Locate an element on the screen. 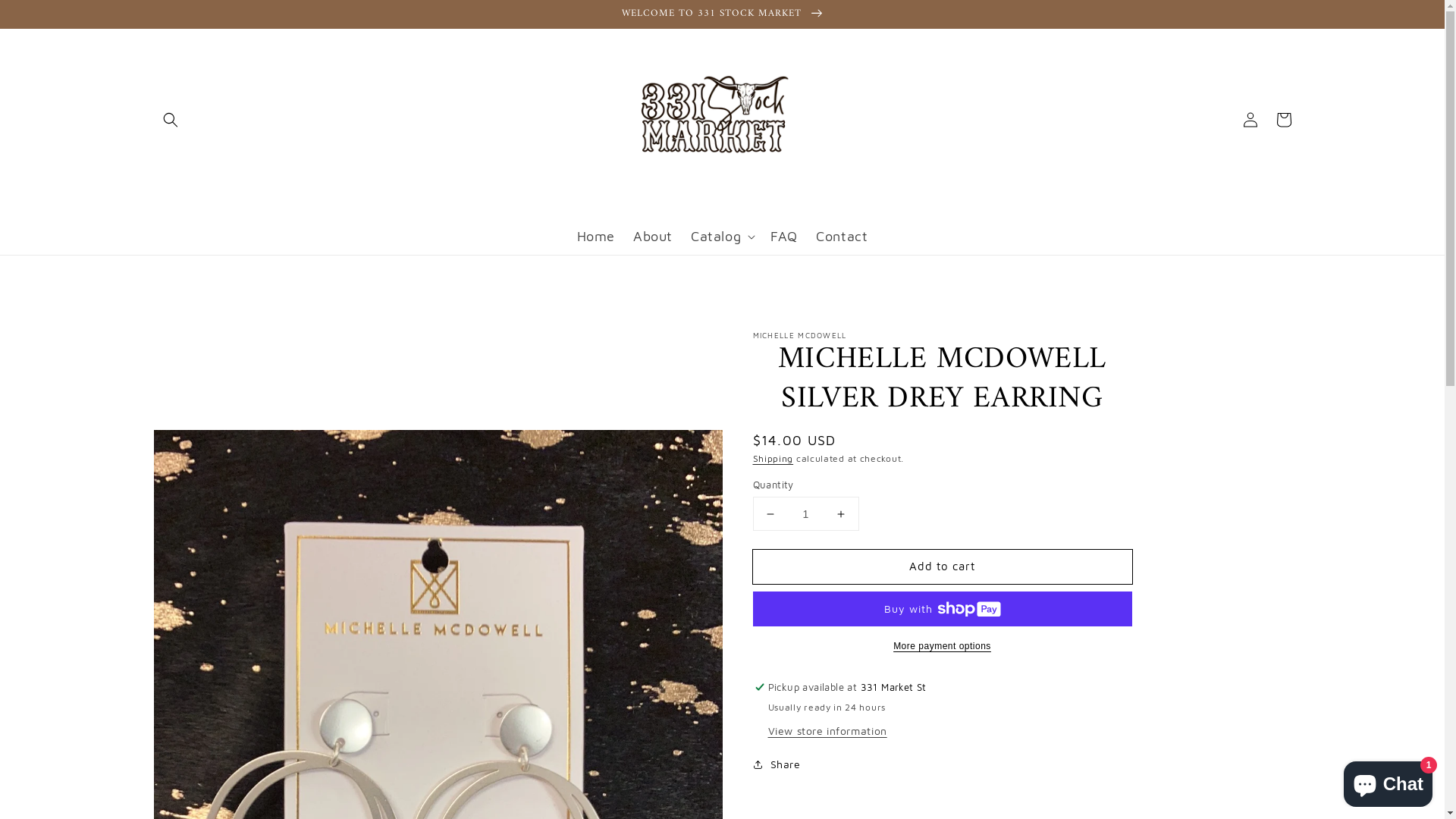 This screenshot has width=1456, height=819. 'View store information' is located at coordinates (826, 730).